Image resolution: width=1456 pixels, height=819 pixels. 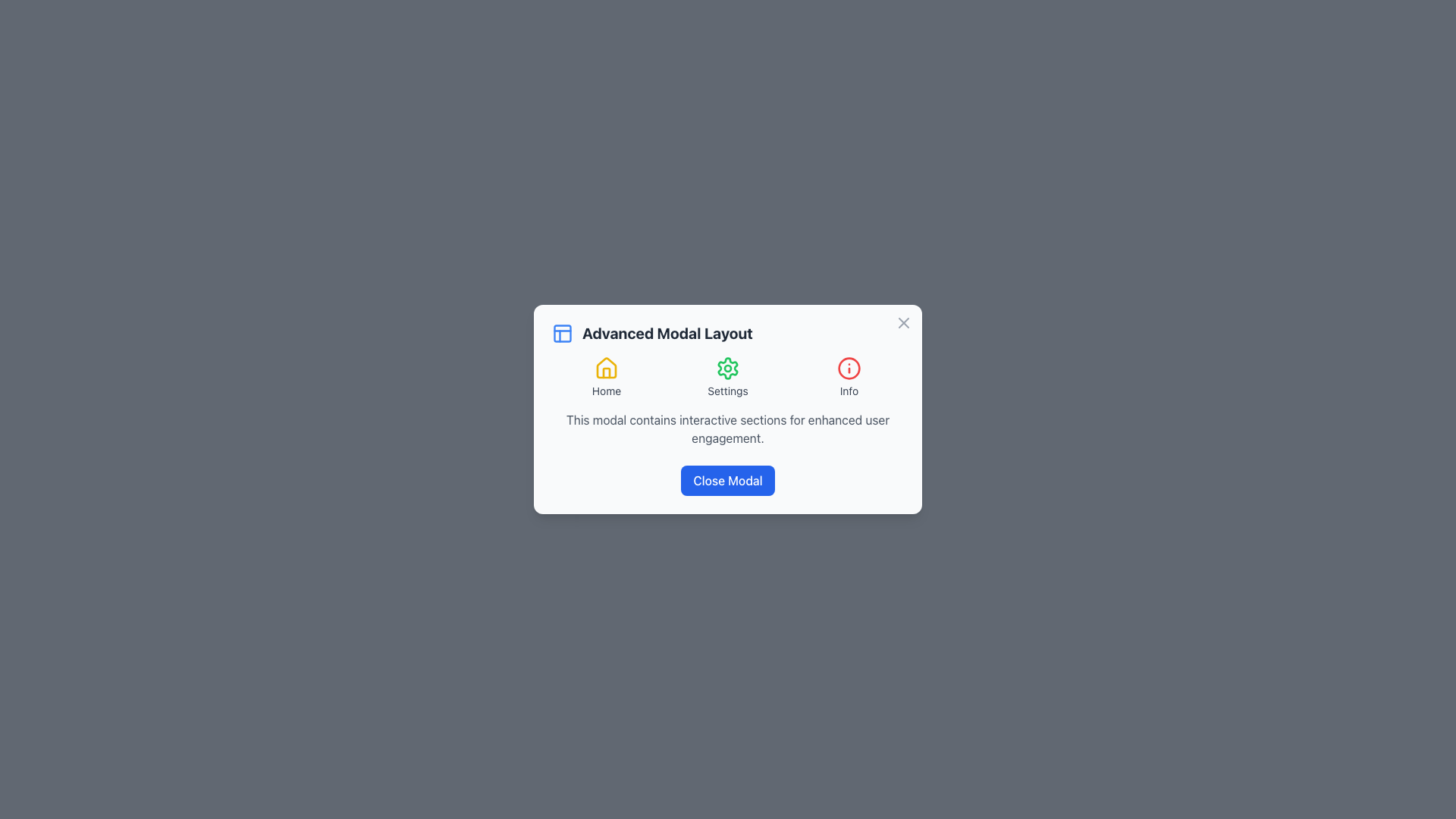 What do you see at coordinates (607, 391) in the screenshot?
I see `the 'Home' text label, which is styled with a small font size and gray color, located below a yellow house icon in the center section of a modal dialog` at bounding box center [607, 391].